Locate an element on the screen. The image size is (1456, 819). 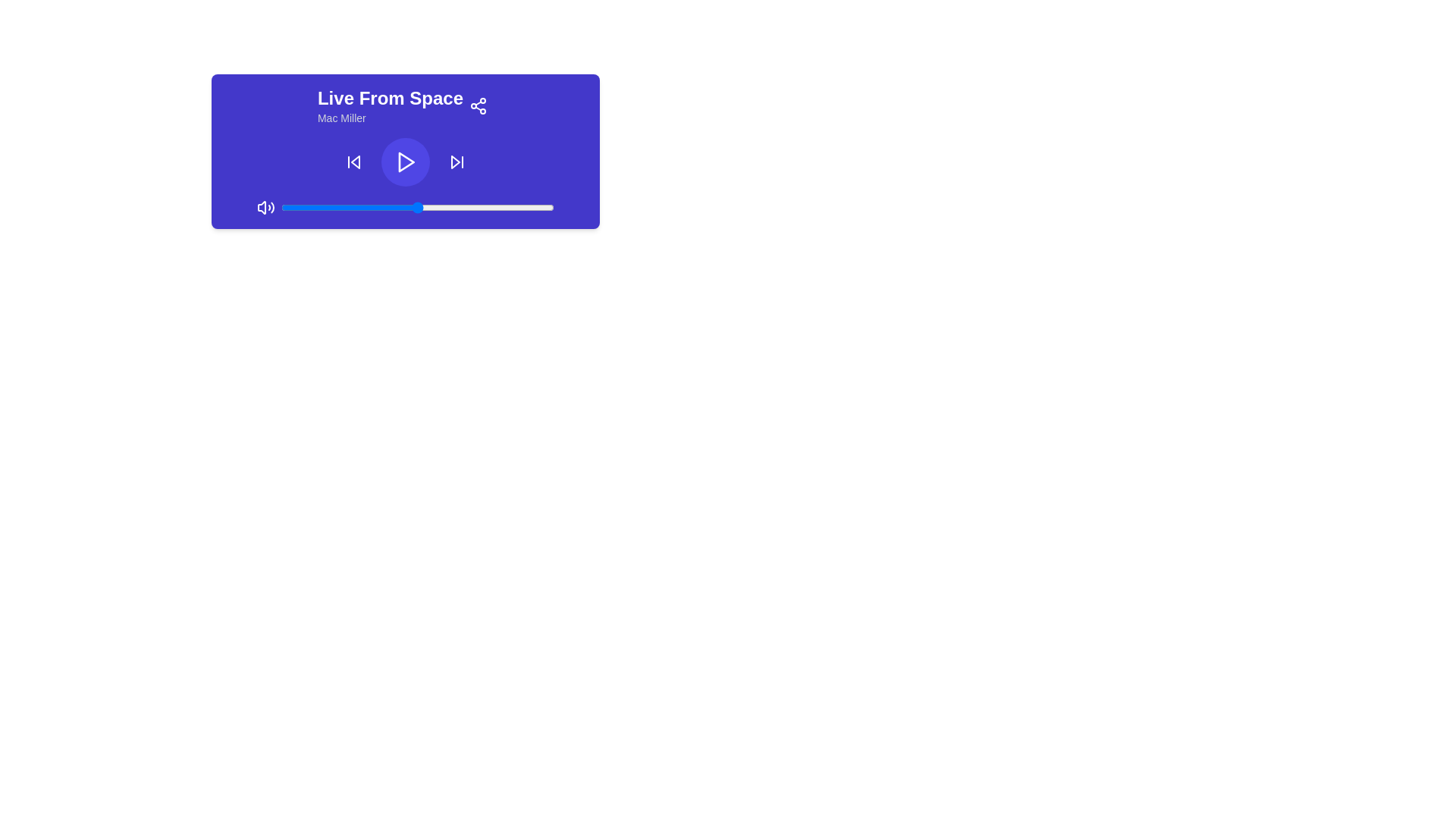
the 'Next' button, which is represented by a right-pointing double triangle icon with a thin, white stroke is located at coordinates (457, 162).